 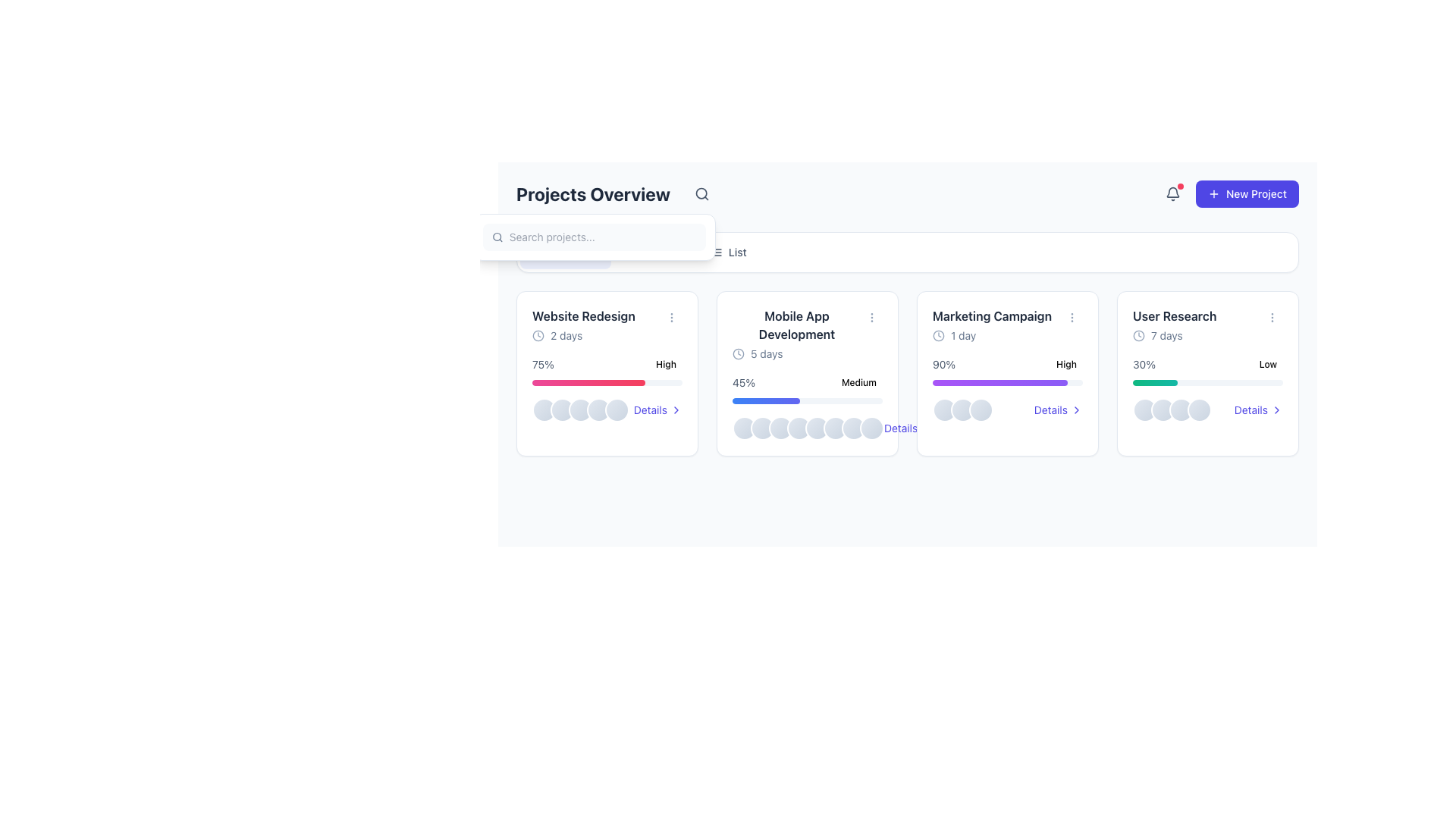 I want to click on the small round gray clock icon located to the left of the text '5 days' in the 'Mobile App Development' section of the 'Projects Overview' page, so click(x=739, y=353).